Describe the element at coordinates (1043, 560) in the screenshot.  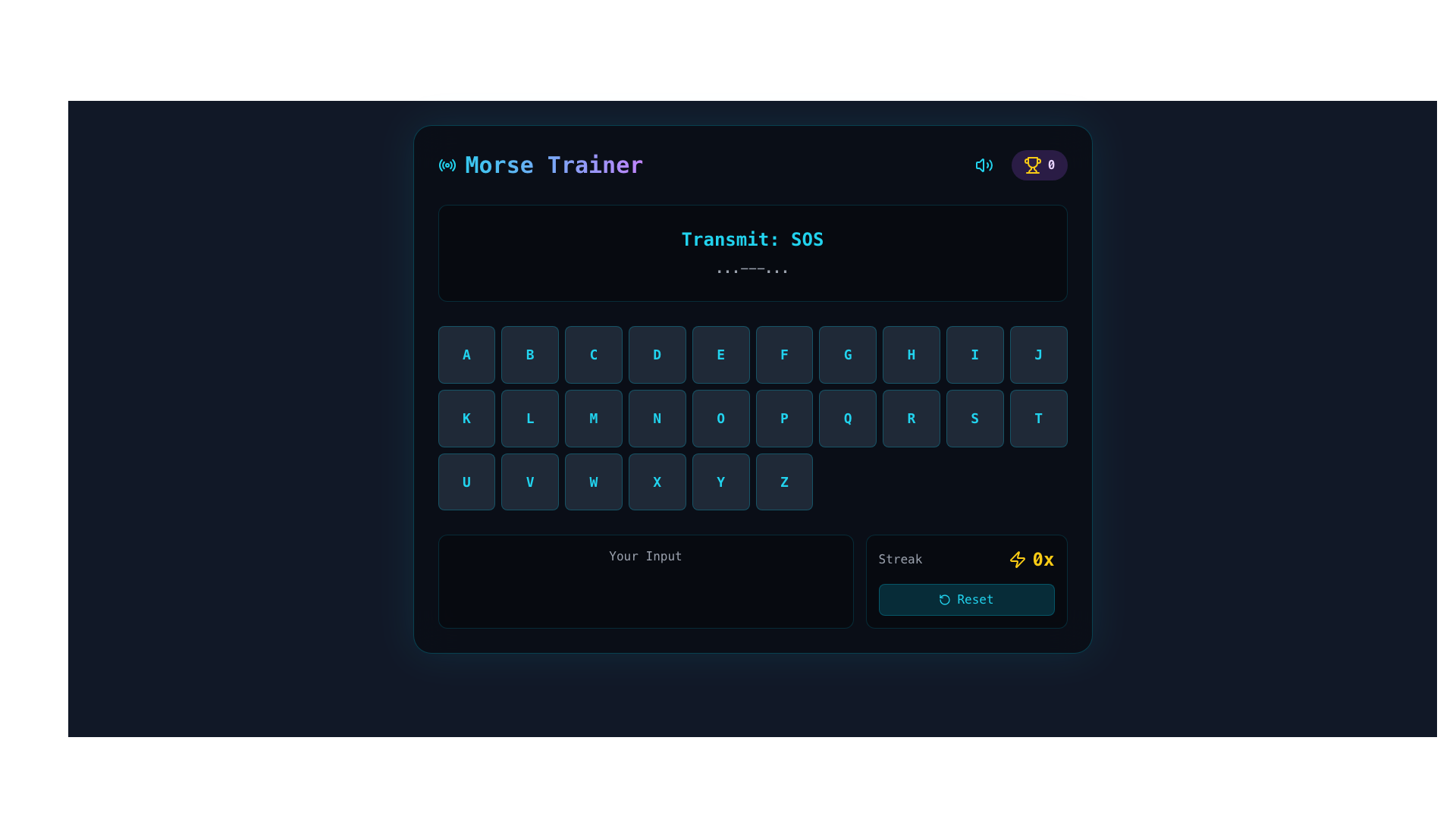
I see `the static text displaying the counter or status indicator in the 'Streak' section, located to the right of the yellow lightning icon in the lower-right panel` at that location.